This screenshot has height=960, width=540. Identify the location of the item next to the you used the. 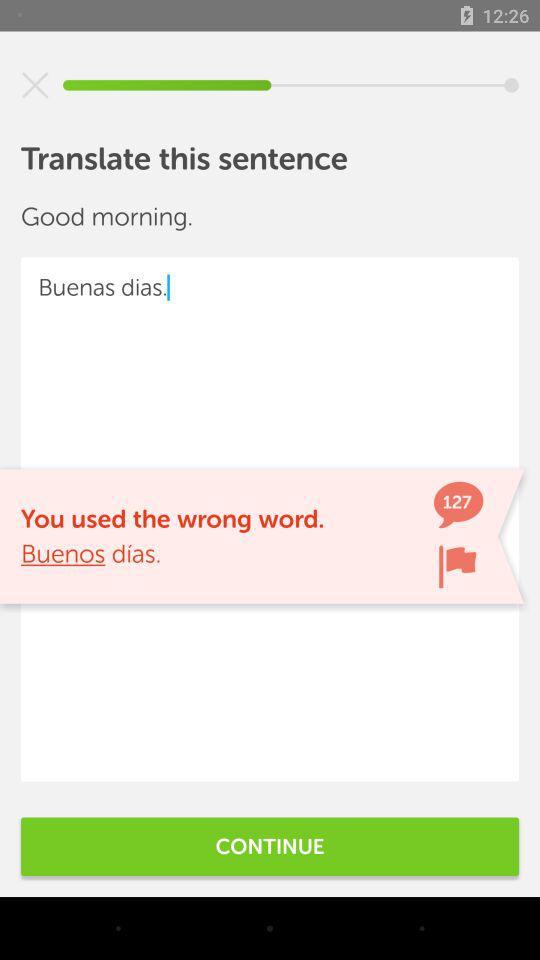
(457, 566).